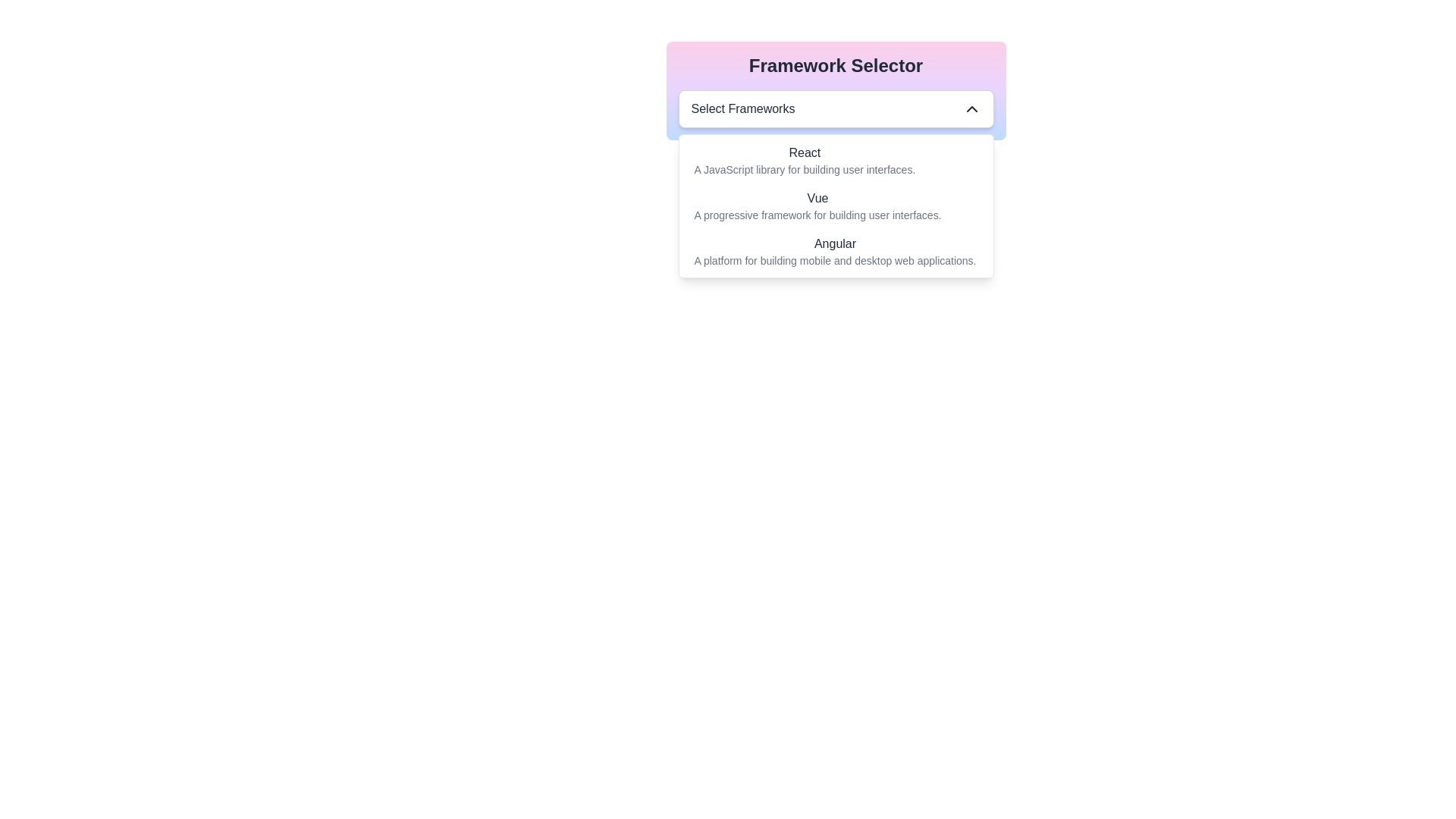 This screenshot has width=1456, height=819. What do you see at coordinates (804, 169) in the screenshot?
I see `the content of the Text Label displaying 'A JavaScript library for building user interfaces.' located under the 'React' heading in the 'Framework Selector' dropdown menu` at bounding box center [804, 169].